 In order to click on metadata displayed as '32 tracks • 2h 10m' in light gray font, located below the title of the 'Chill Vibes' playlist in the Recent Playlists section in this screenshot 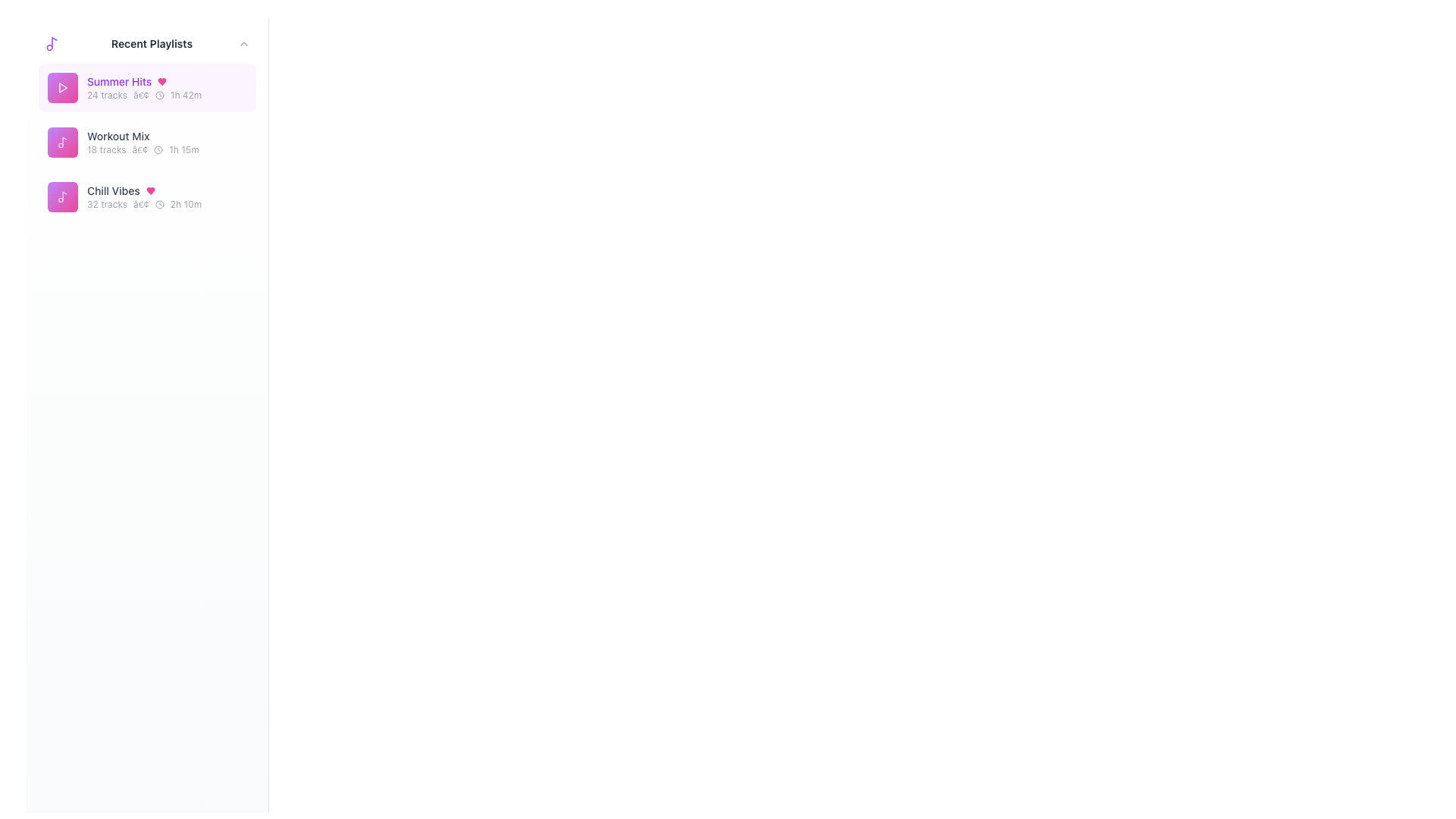, I will do `click(167, 205)`.